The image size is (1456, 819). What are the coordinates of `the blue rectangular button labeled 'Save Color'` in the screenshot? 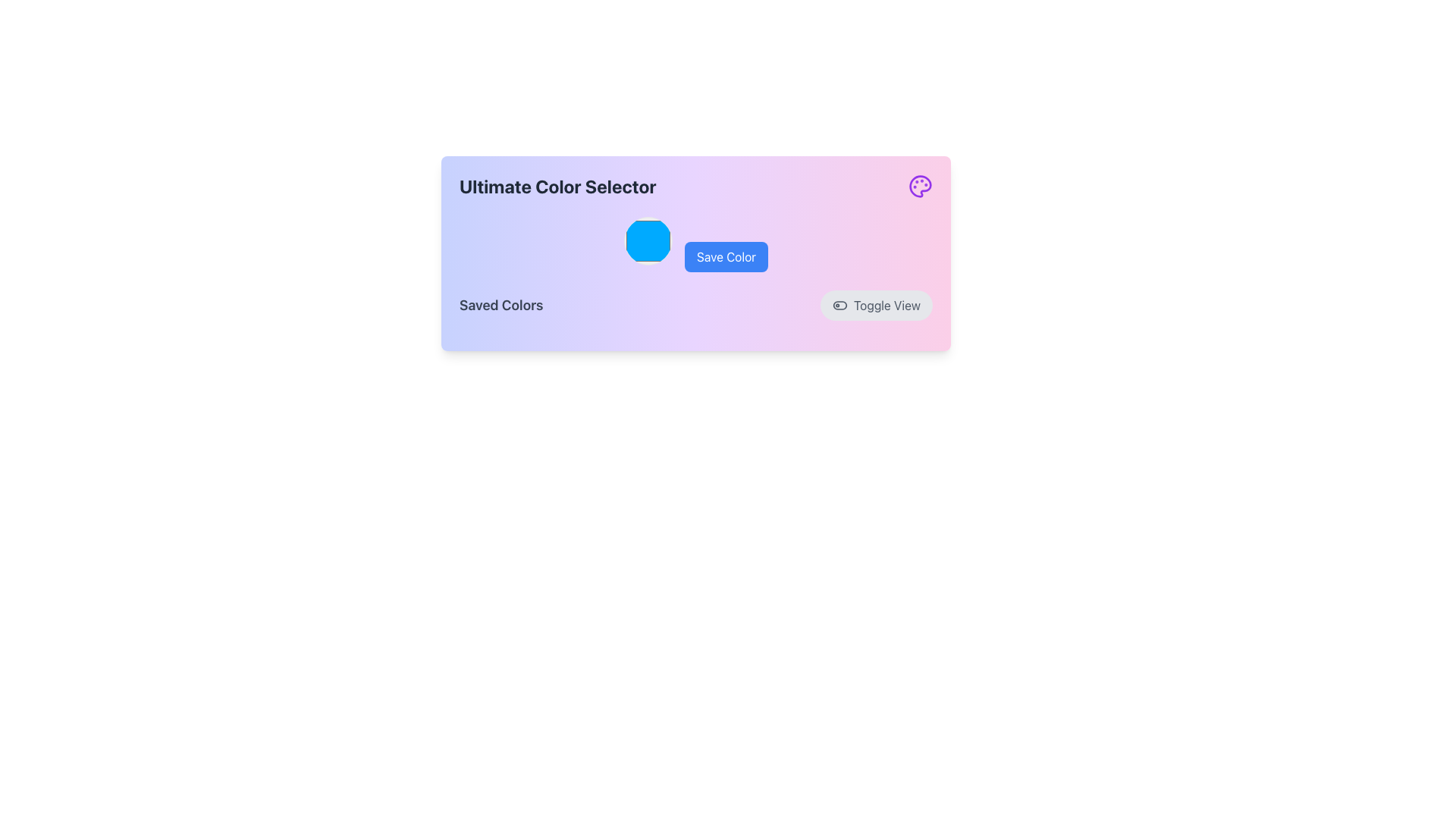 It's located at (726, 256).